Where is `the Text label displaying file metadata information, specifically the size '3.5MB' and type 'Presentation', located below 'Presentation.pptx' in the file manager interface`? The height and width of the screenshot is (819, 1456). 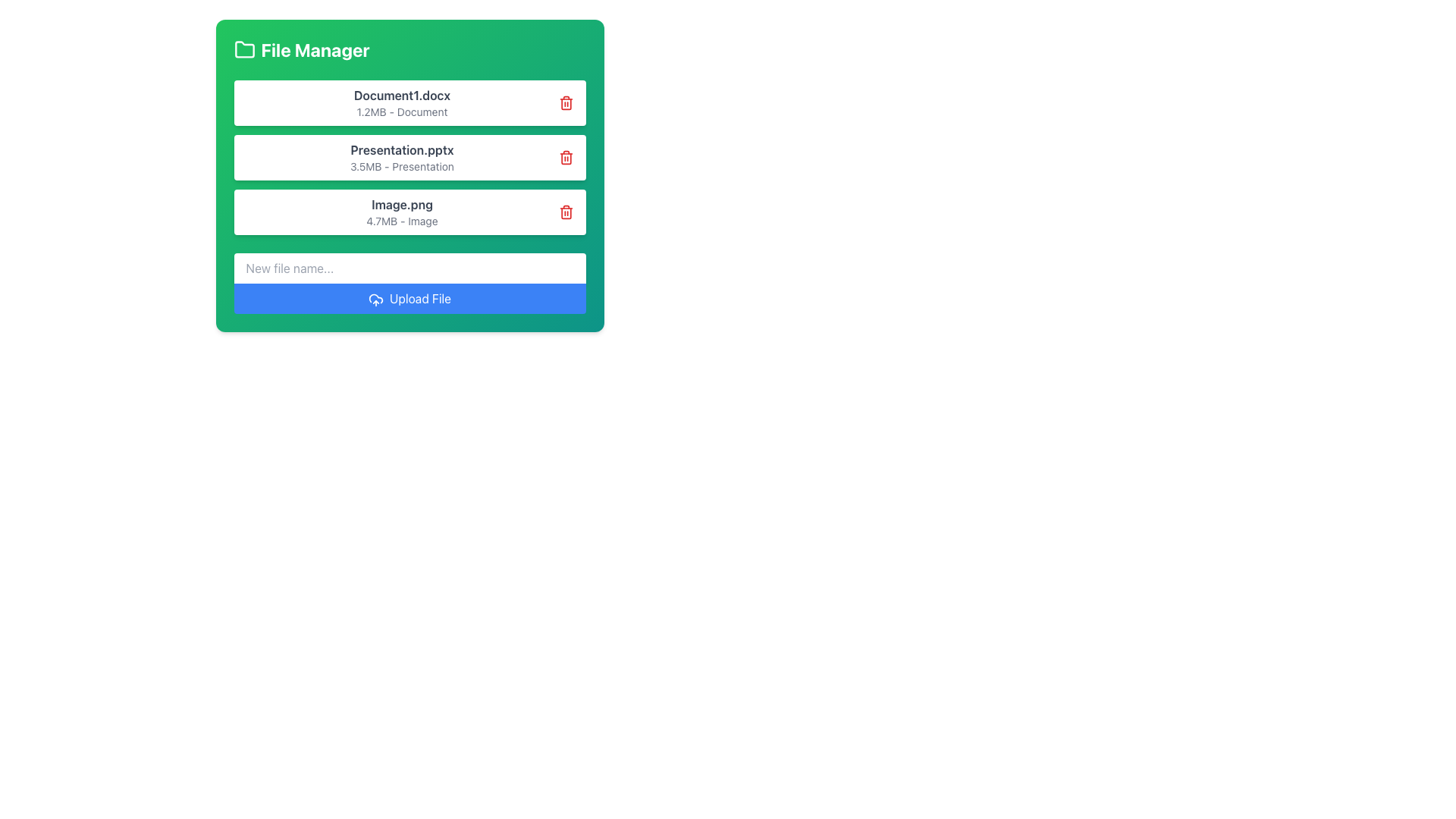 the Text label displaying file metadata information, specifically the size '3.5MB' and type 'Presentation', located below 'Presentation.pptx' in the file manager interface is located at coordinates (402, 166).